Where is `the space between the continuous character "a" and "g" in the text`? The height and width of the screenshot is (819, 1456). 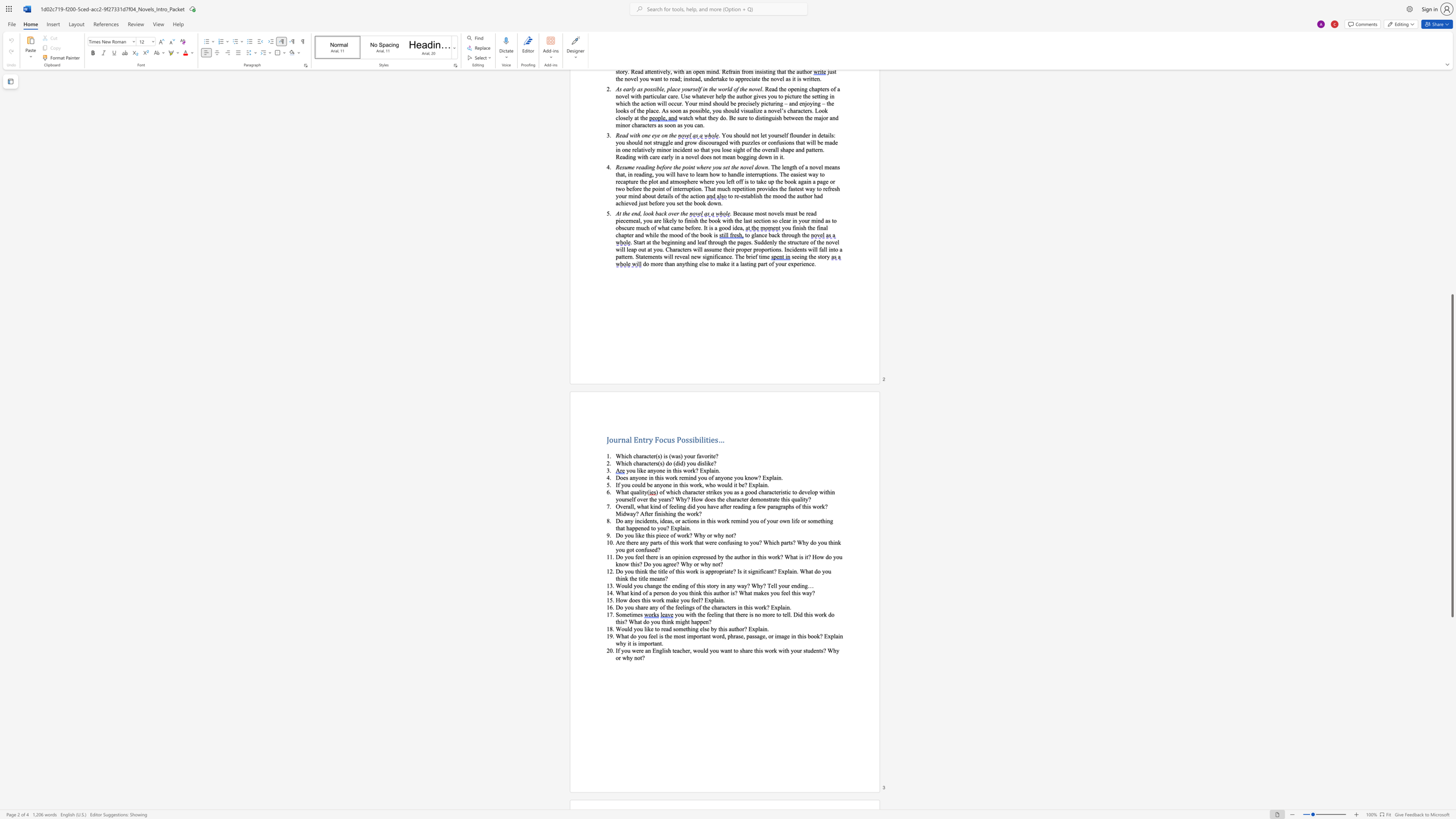
the space between the continuous character "a" and "g" in the text is located at coordinates (778, 506).